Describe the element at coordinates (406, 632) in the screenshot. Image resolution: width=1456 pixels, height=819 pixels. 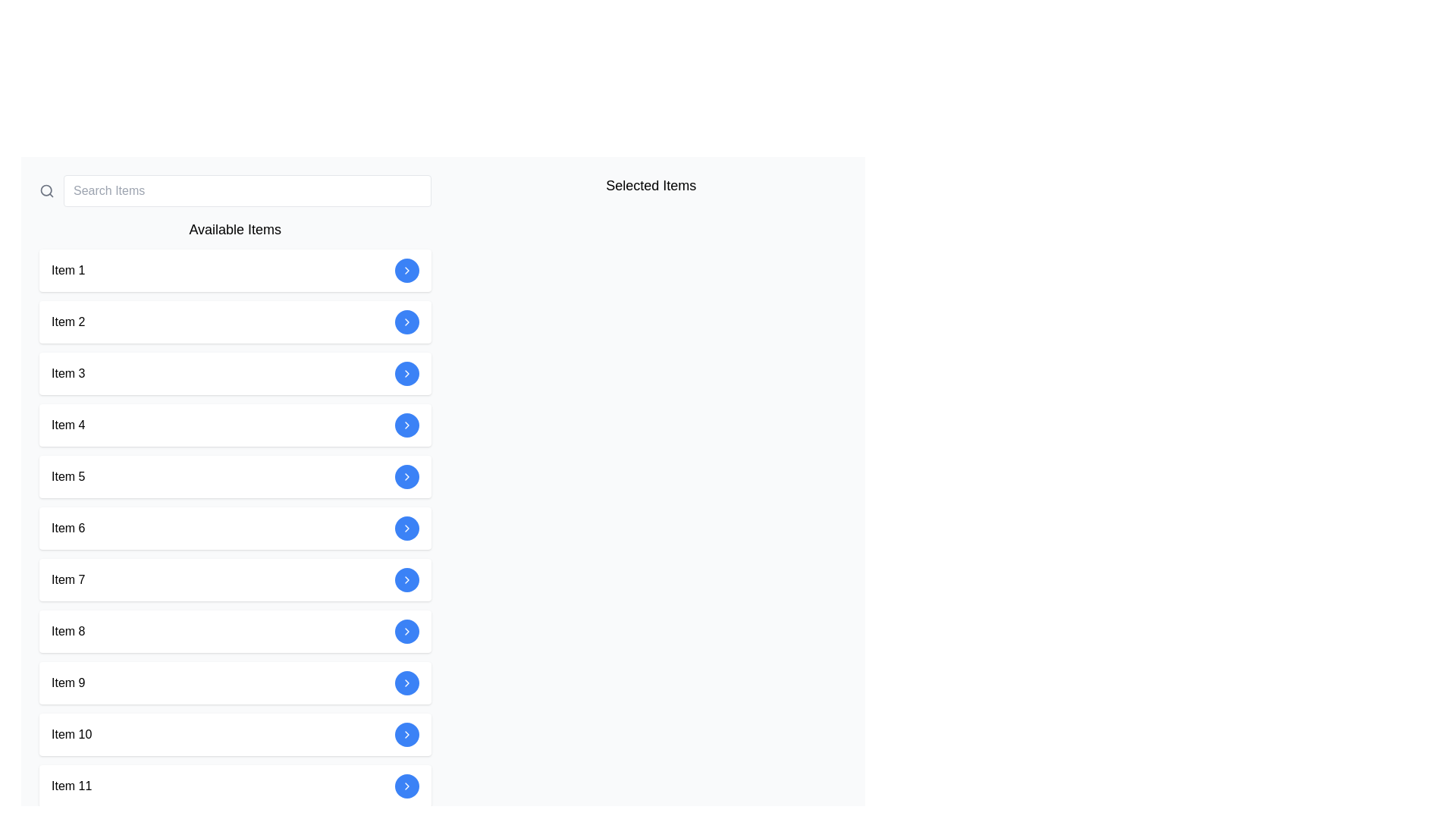
I see `the circular blue button with a white chevron arrow pointing to the right, located at the far-right of the 'Item 8' block` at that location.